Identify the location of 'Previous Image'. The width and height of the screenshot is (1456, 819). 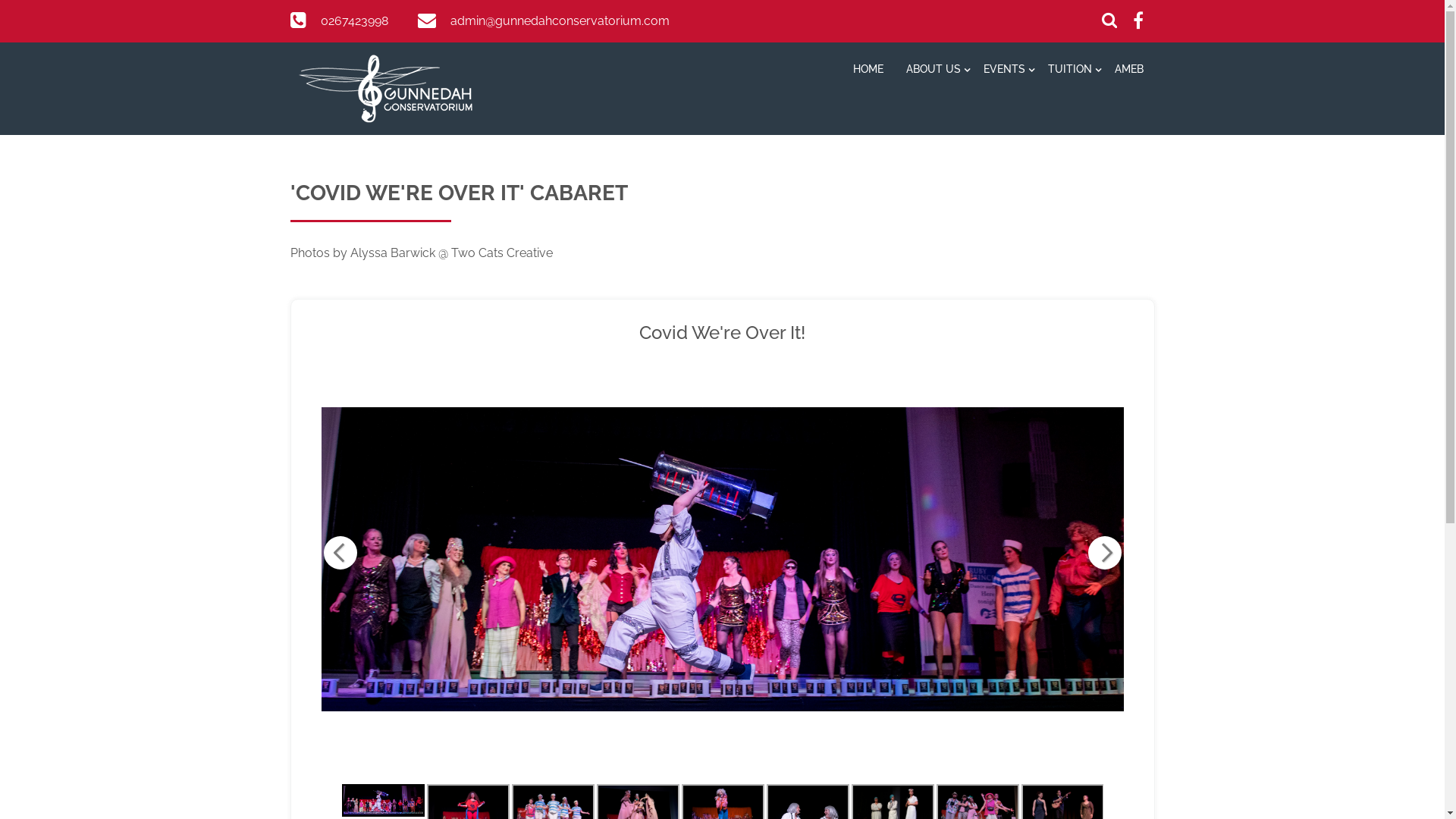
(338, 553).